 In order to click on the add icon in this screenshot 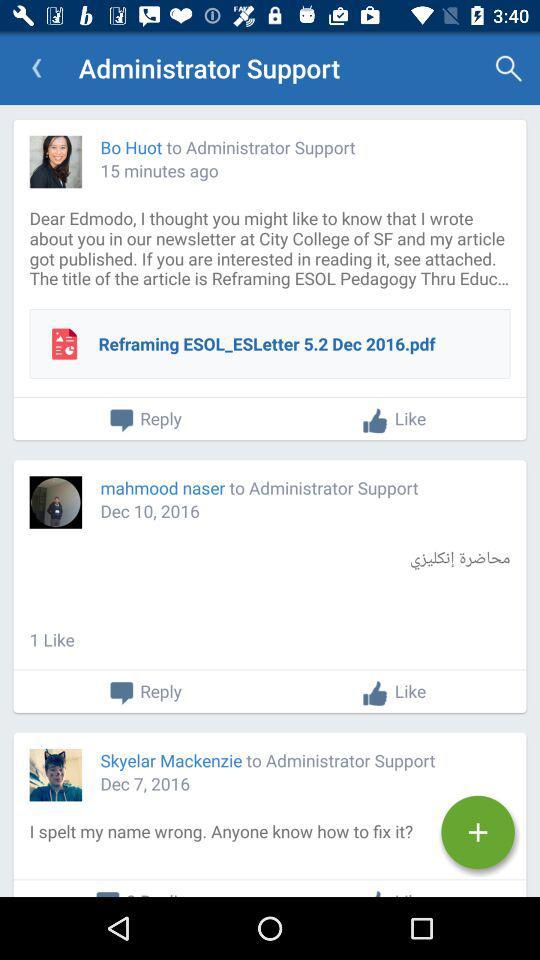, I will do `click(477, 832)`.